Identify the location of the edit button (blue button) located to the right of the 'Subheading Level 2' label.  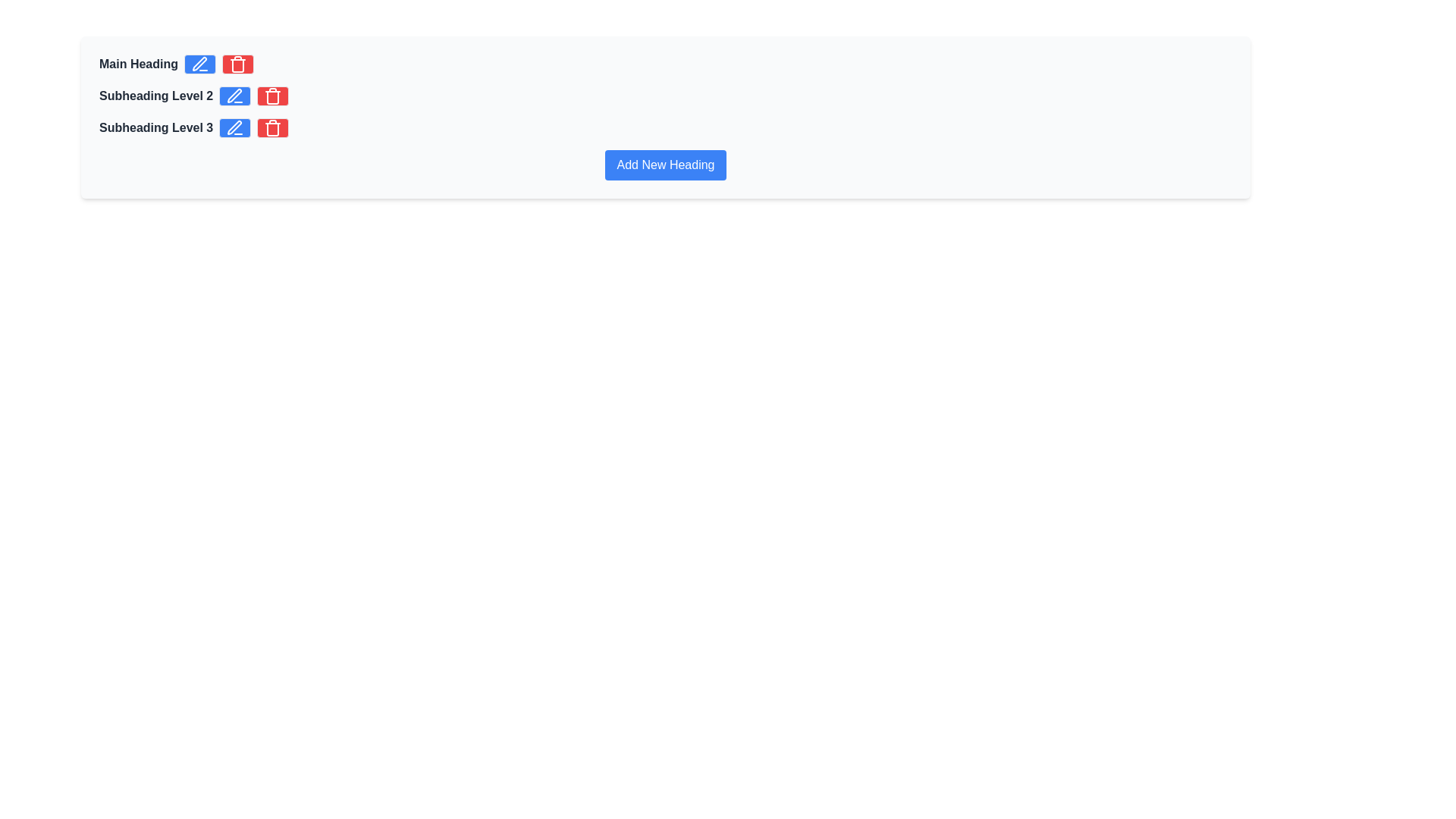
(234, 96).